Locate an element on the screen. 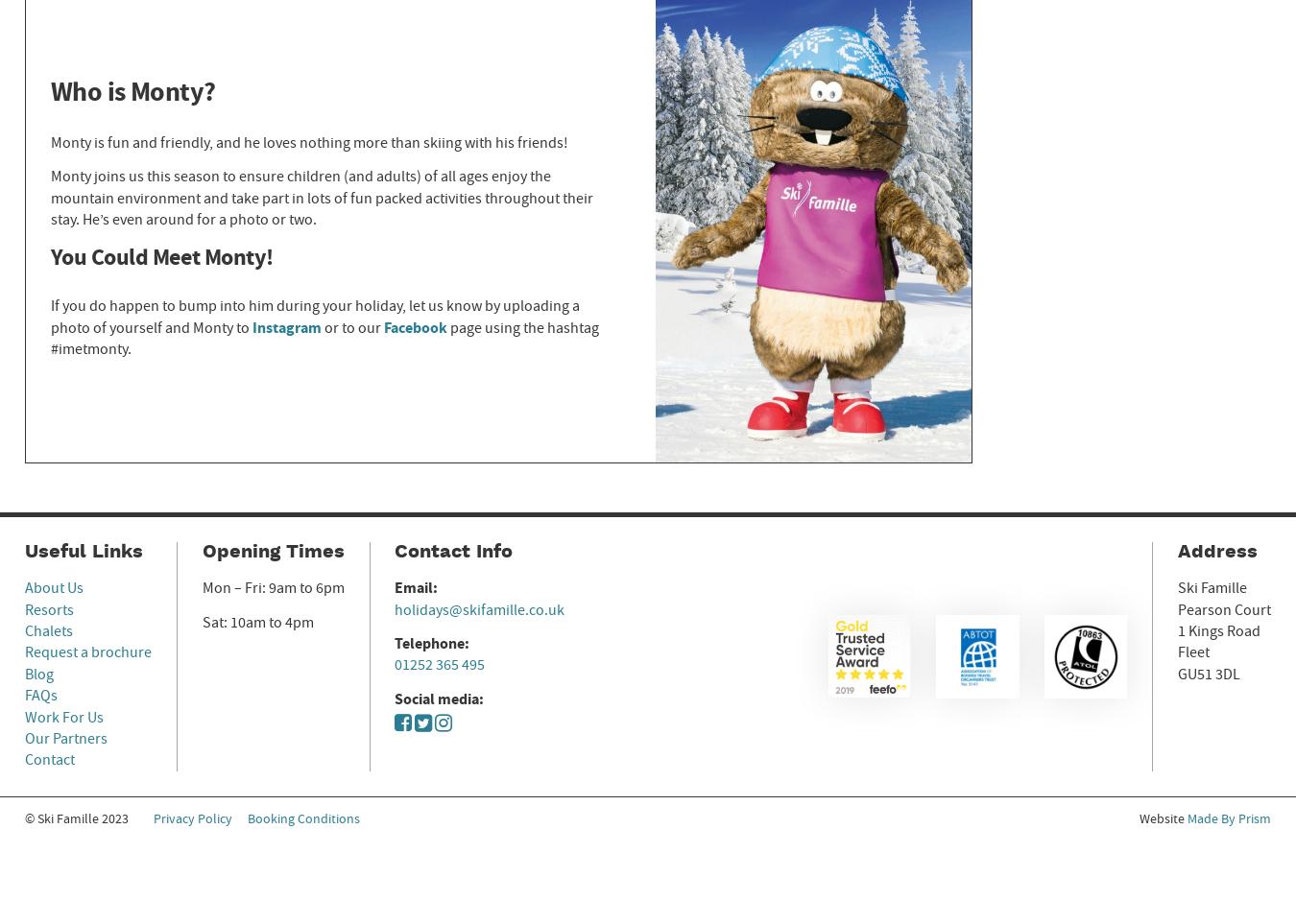 The width and height of the screenshot is (1296, 924). '© Ski Famille 2023' is located at coordinates (74, 817).